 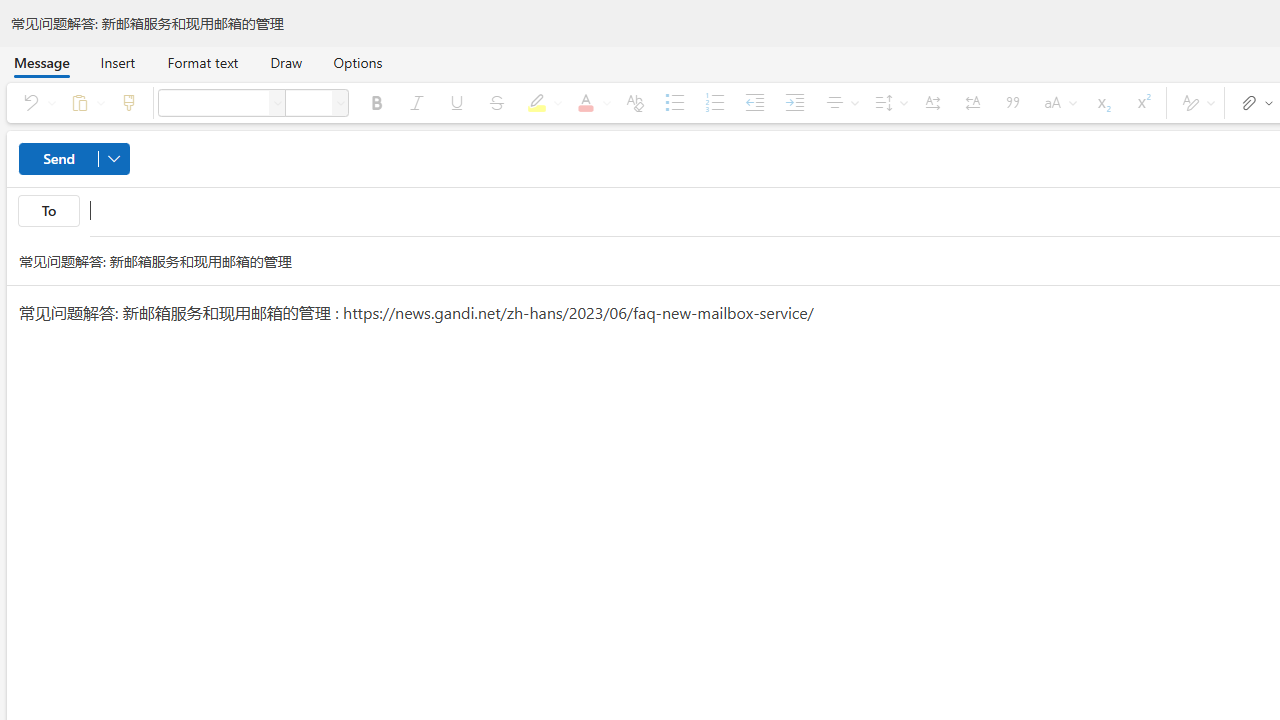 I want to click on 'Spacing', so click(x=887, y=102).